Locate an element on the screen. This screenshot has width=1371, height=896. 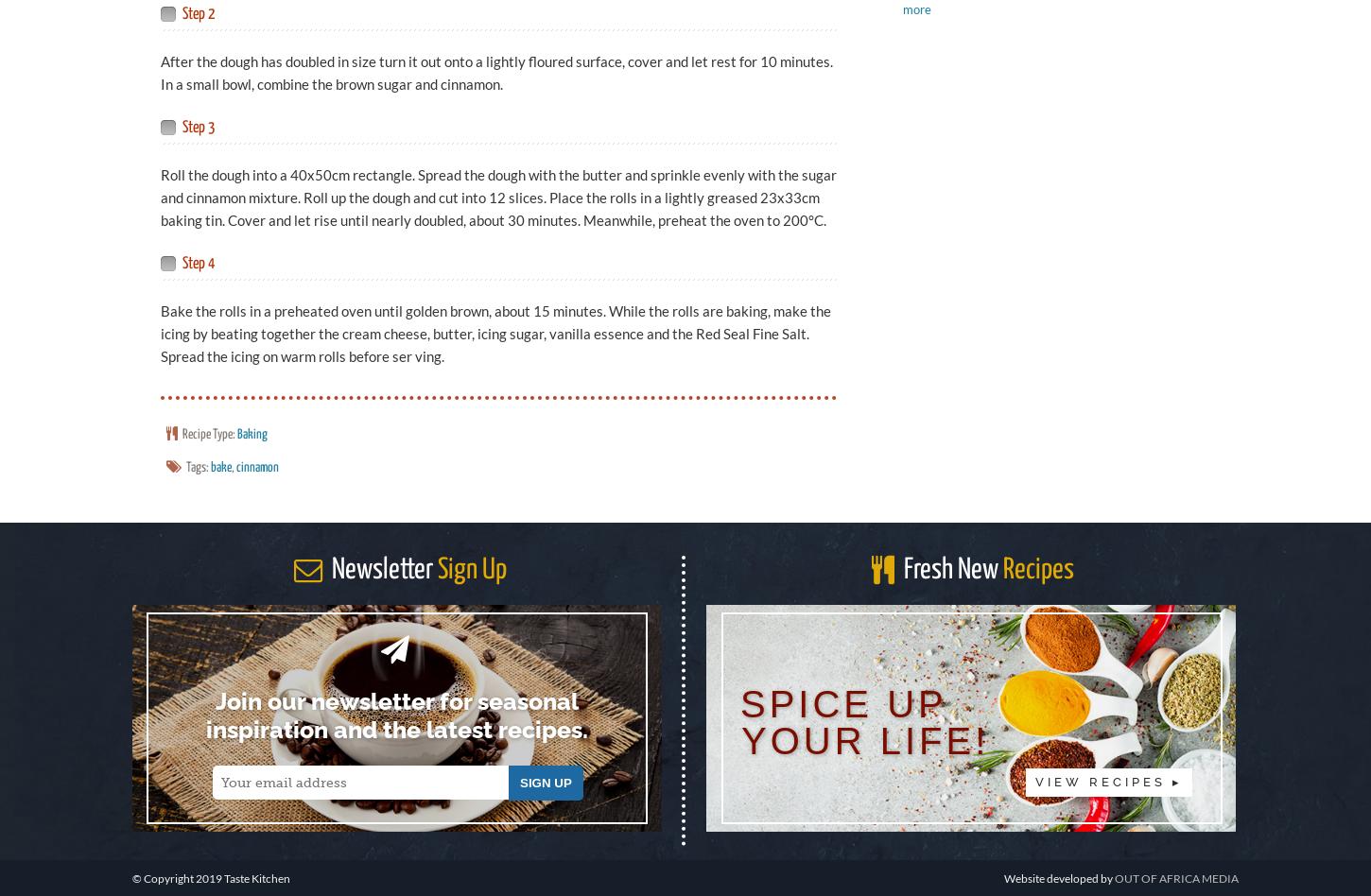
'Step 2' is located at coordinates (198, 14).